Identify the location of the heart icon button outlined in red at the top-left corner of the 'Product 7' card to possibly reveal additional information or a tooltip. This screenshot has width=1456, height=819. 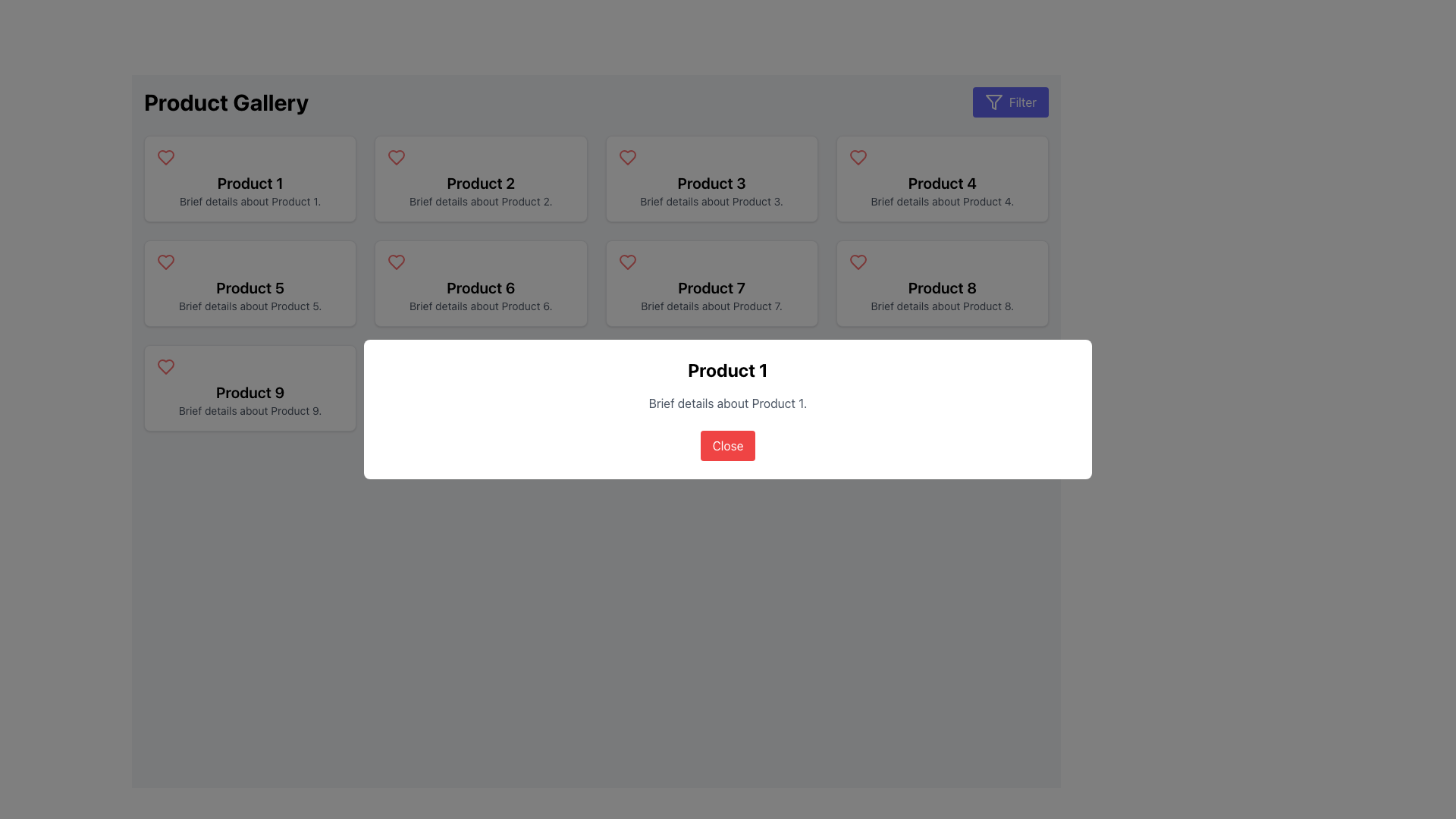
(627, 262).